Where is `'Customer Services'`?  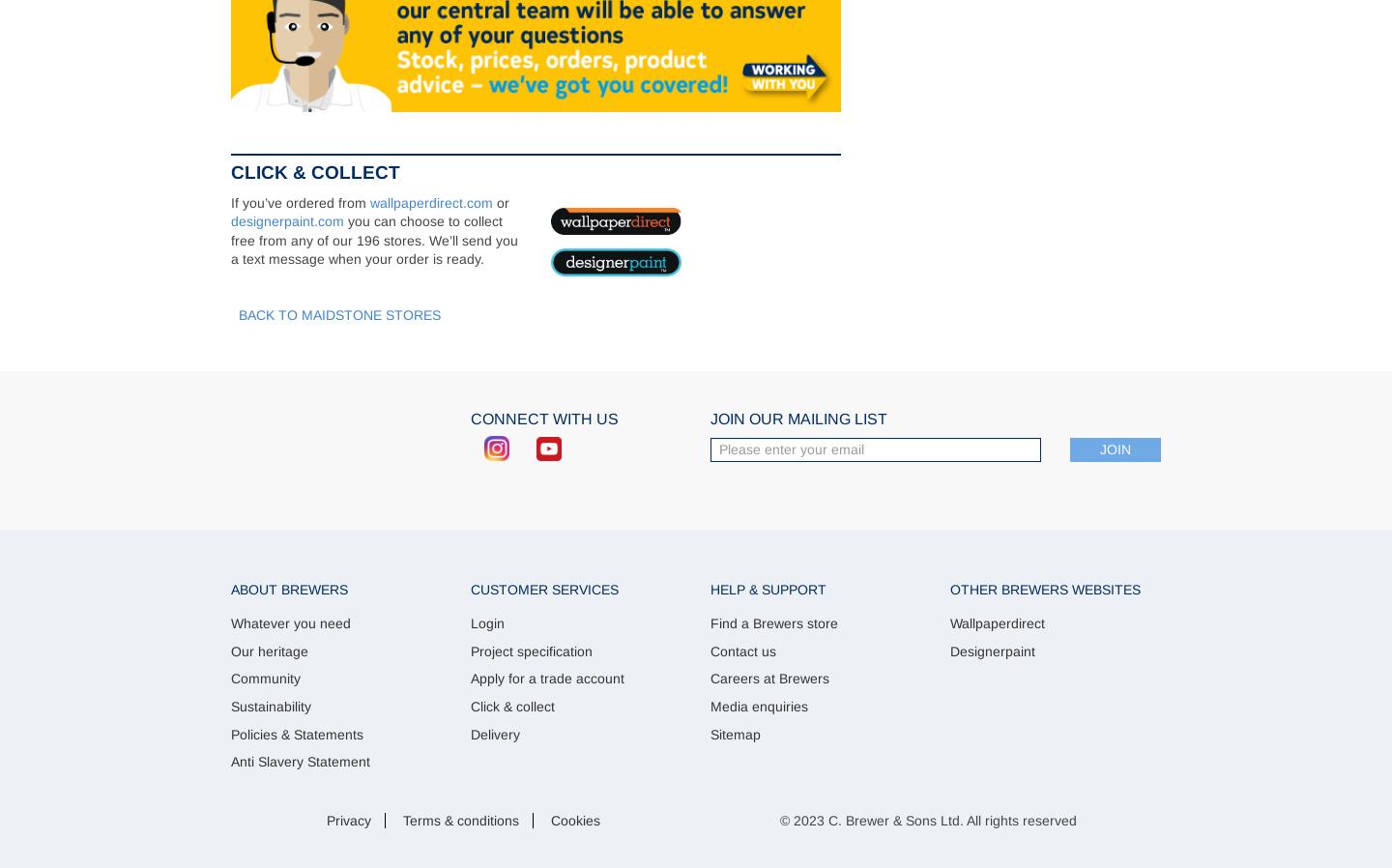
'Customer Services' is located at coordinates (544, 588).